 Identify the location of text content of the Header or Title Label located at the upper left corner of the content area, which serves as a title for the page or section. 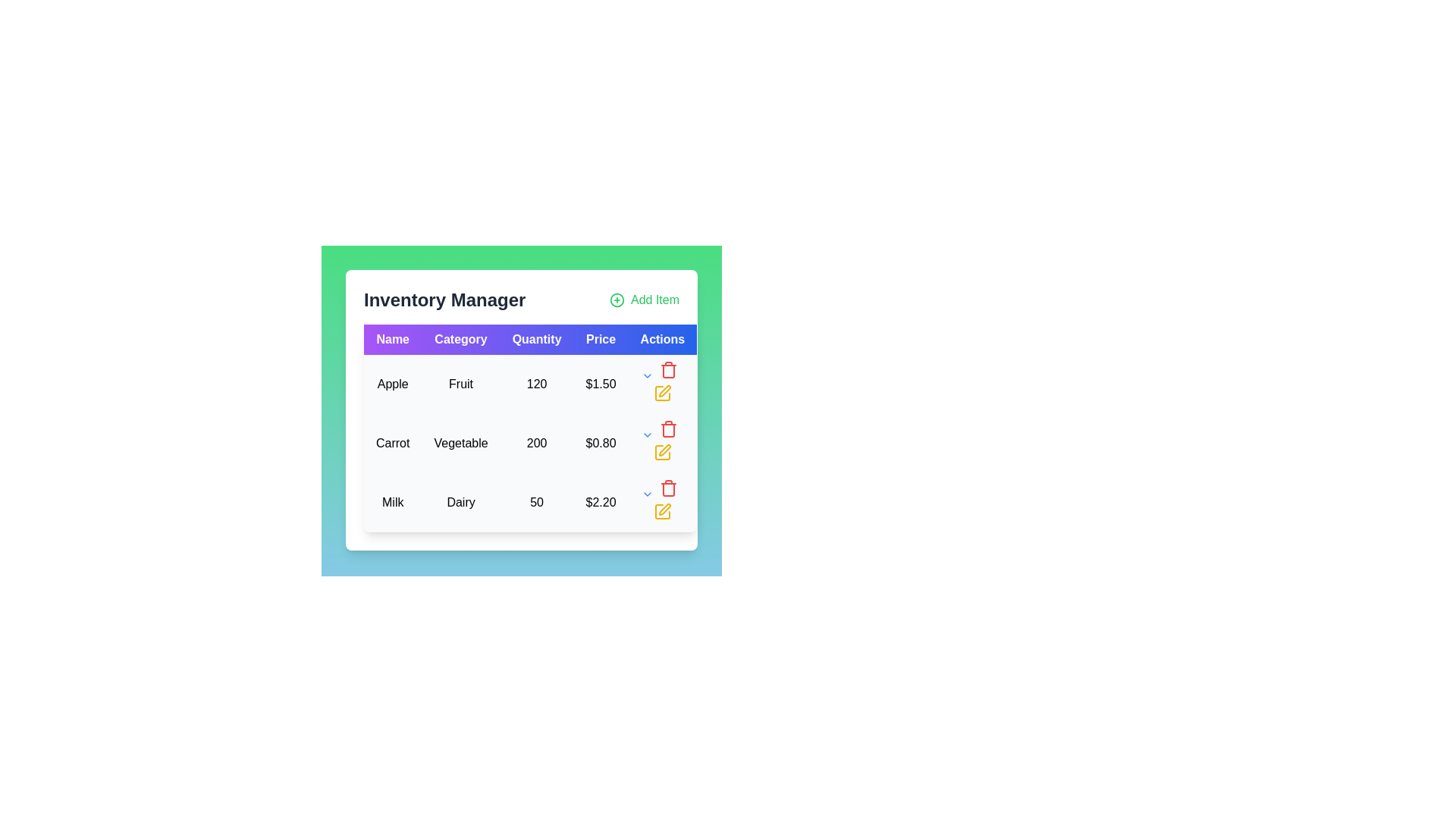
(444, 300).